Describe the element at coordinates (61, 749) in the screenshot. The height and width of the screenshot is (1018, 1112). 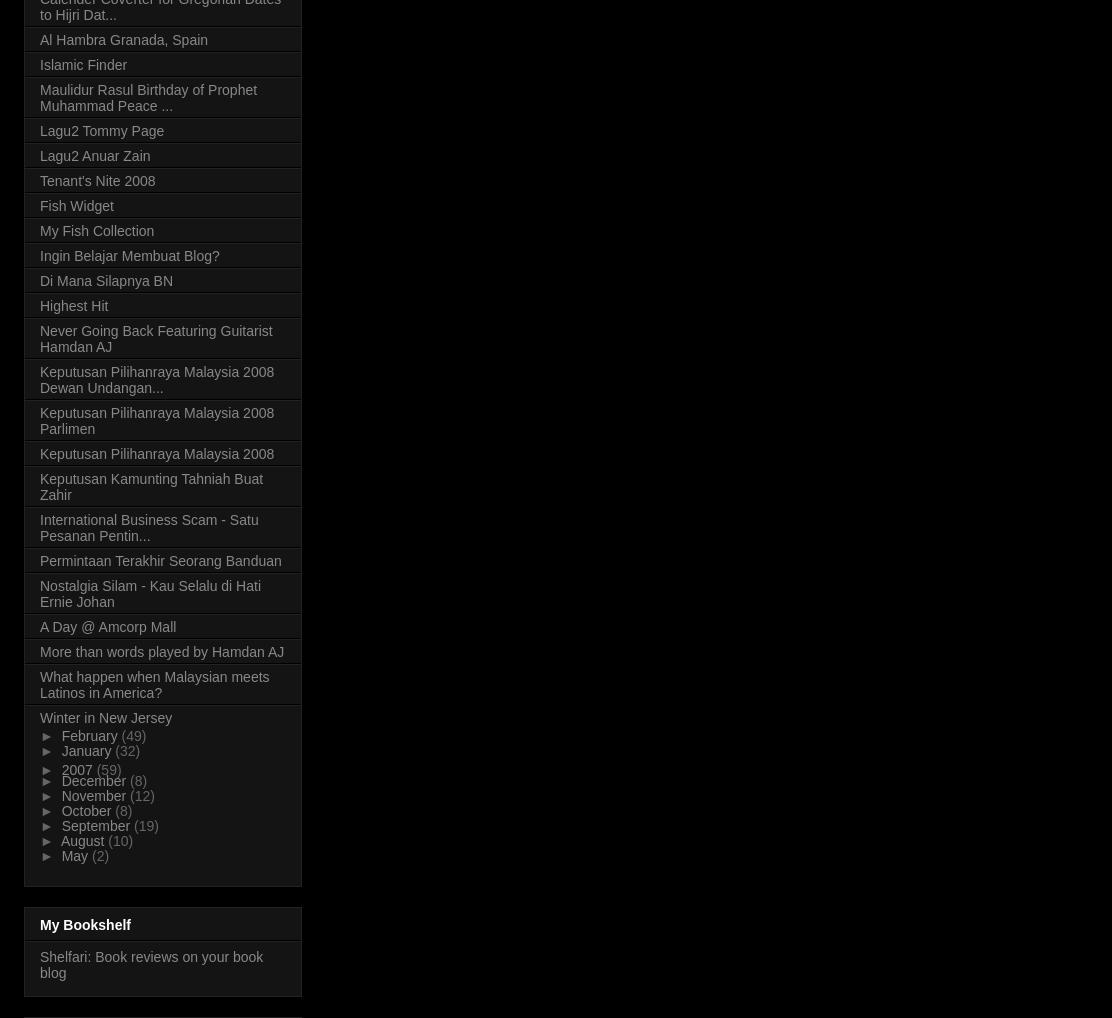
I see `'January'` at that location.